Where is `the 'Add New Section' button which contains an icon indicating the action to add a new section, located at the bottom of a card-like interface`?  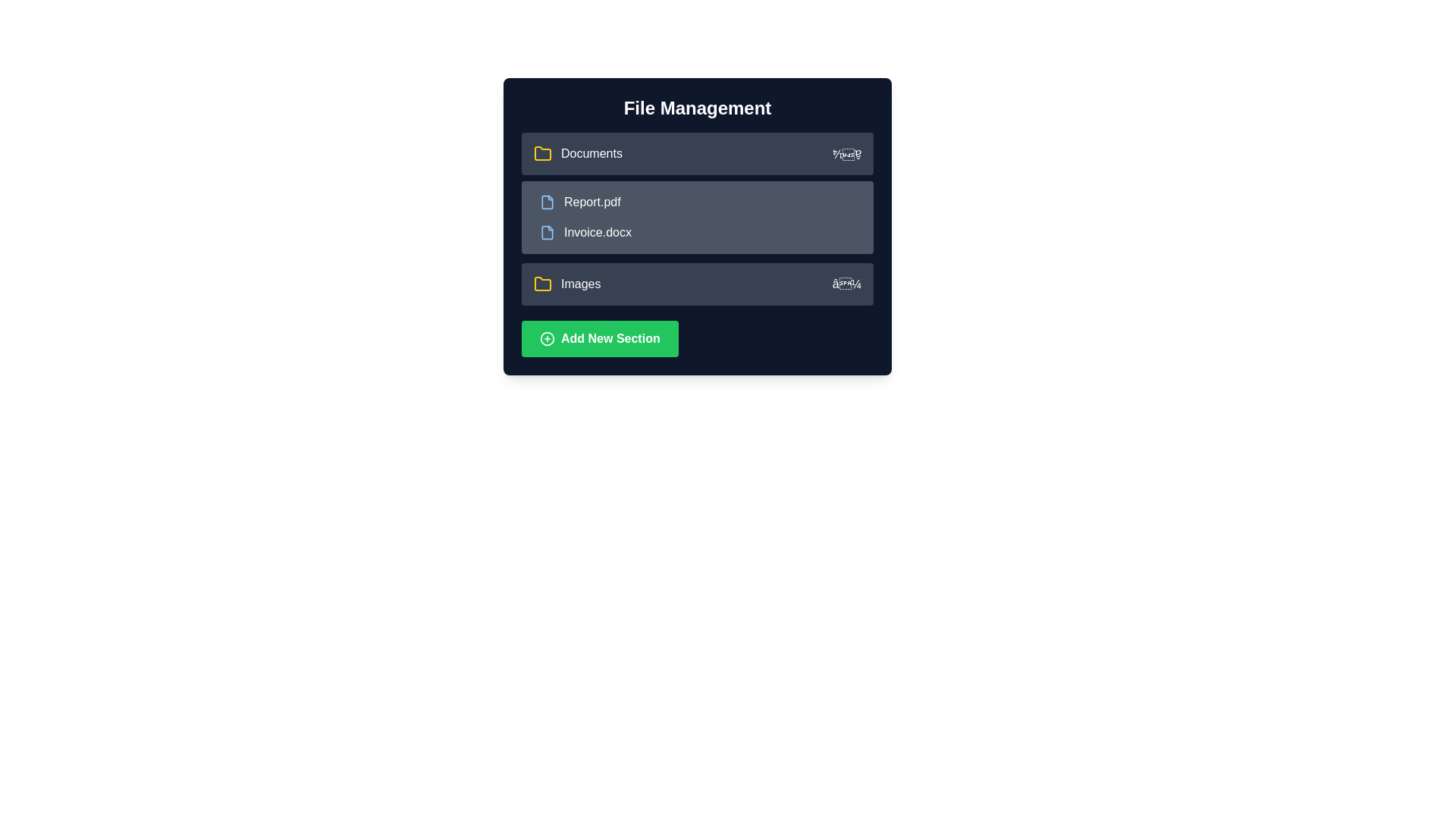 the 'Add New Section' button which contains an icon indicating the action to add a new section, located at the bottom of a card-like interface is located at coordinates (546, 338).